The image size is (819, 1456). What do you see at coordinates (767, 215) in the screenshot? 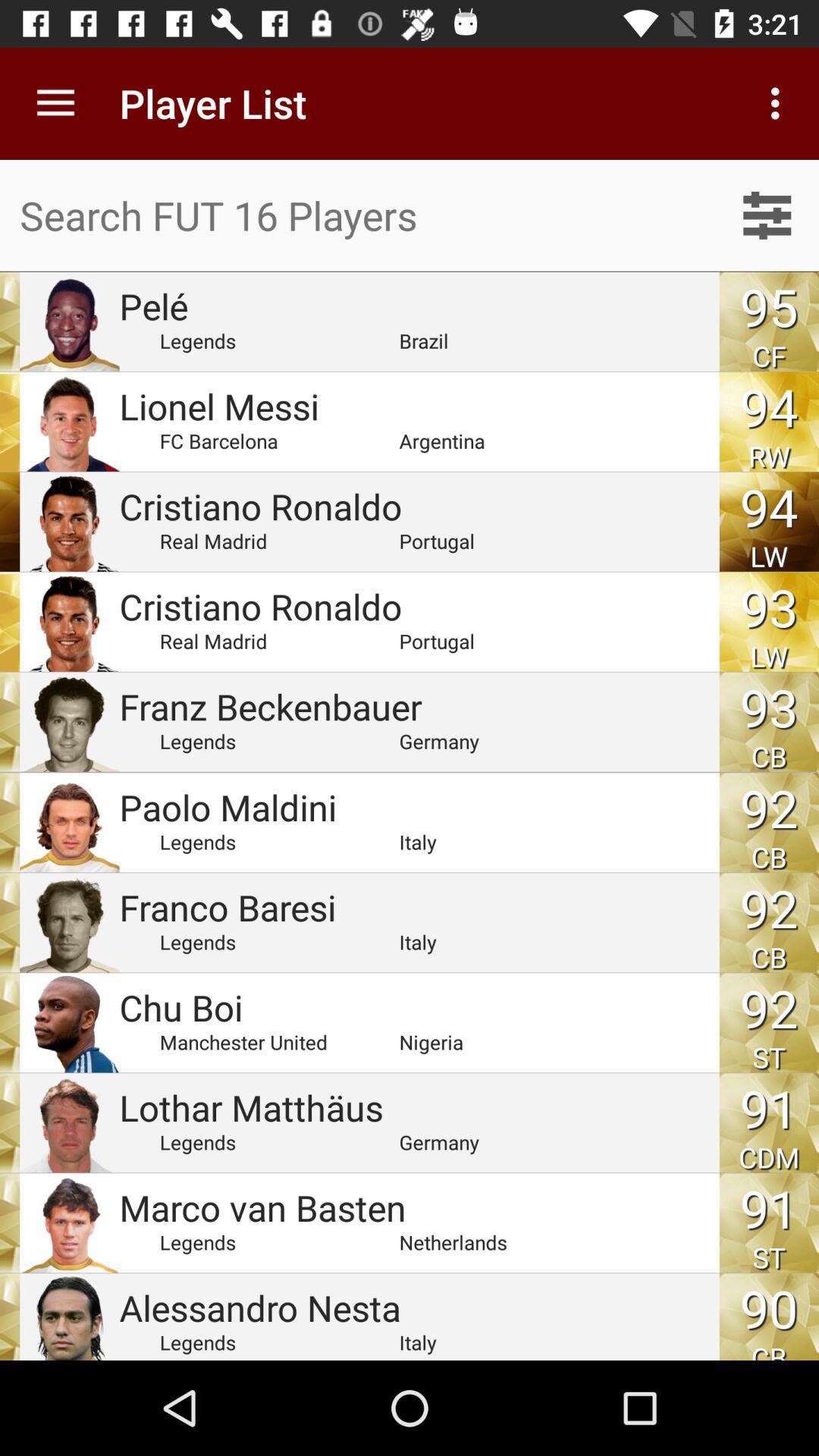
I see `settings` at bounding box center [767, 215].